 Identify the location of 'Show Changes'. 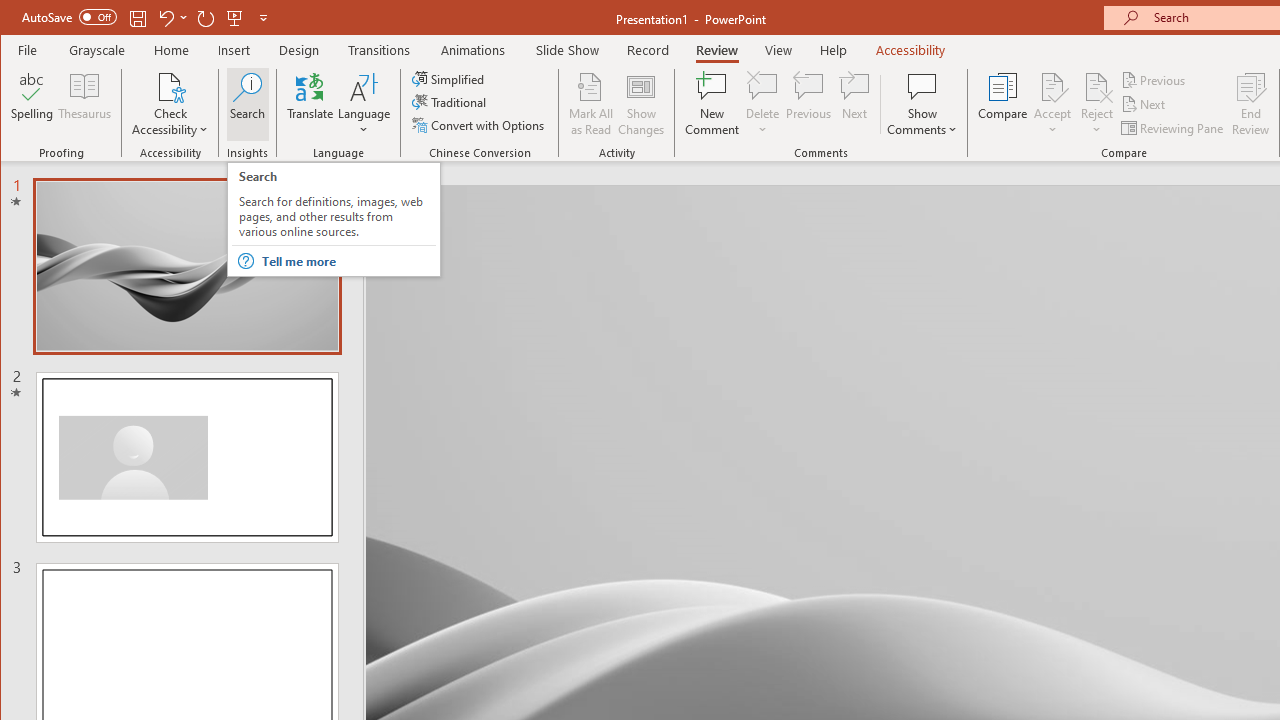
(641, 104).